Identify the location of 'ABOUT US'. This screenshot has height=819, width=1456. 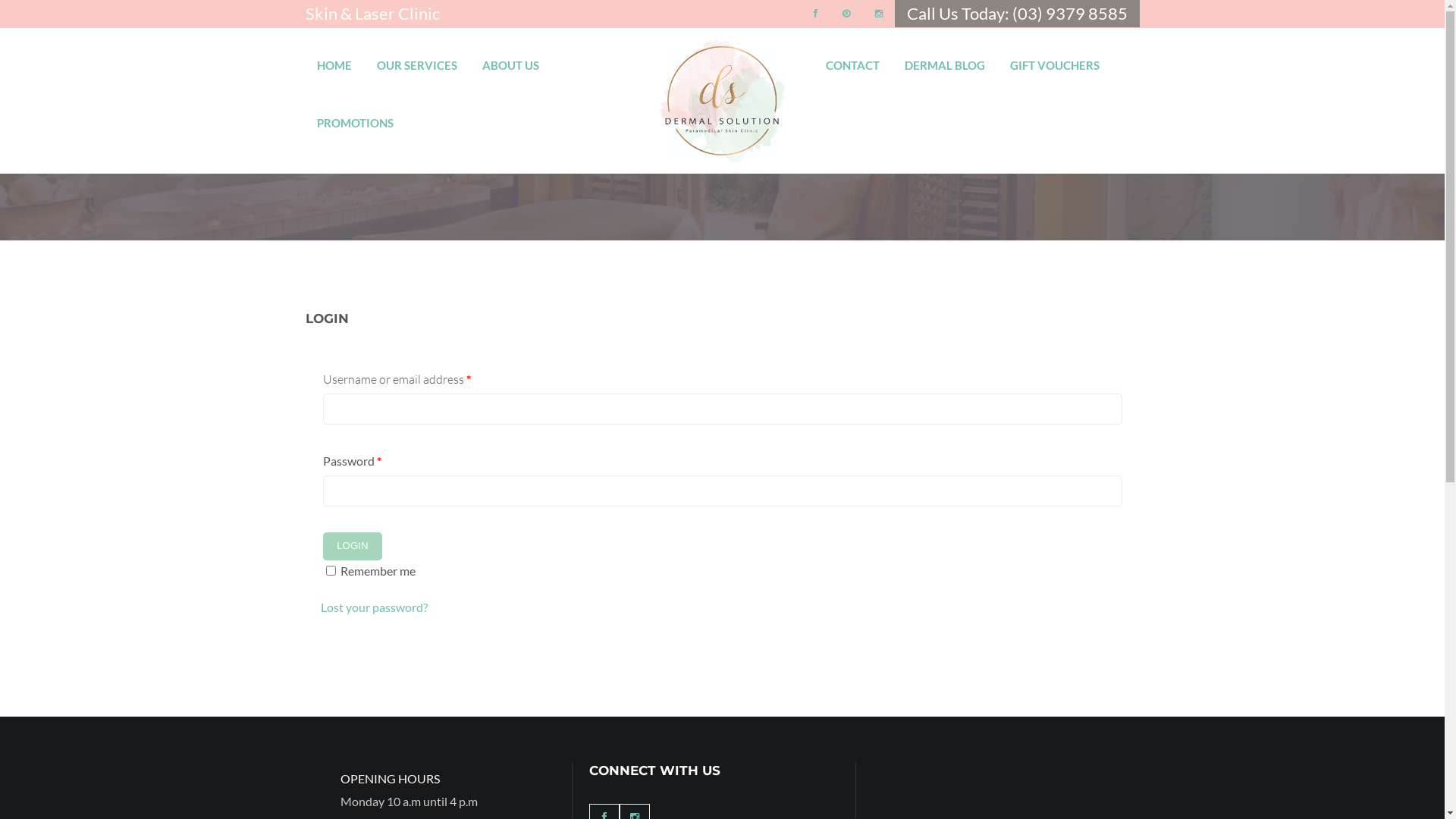
(510, 58).